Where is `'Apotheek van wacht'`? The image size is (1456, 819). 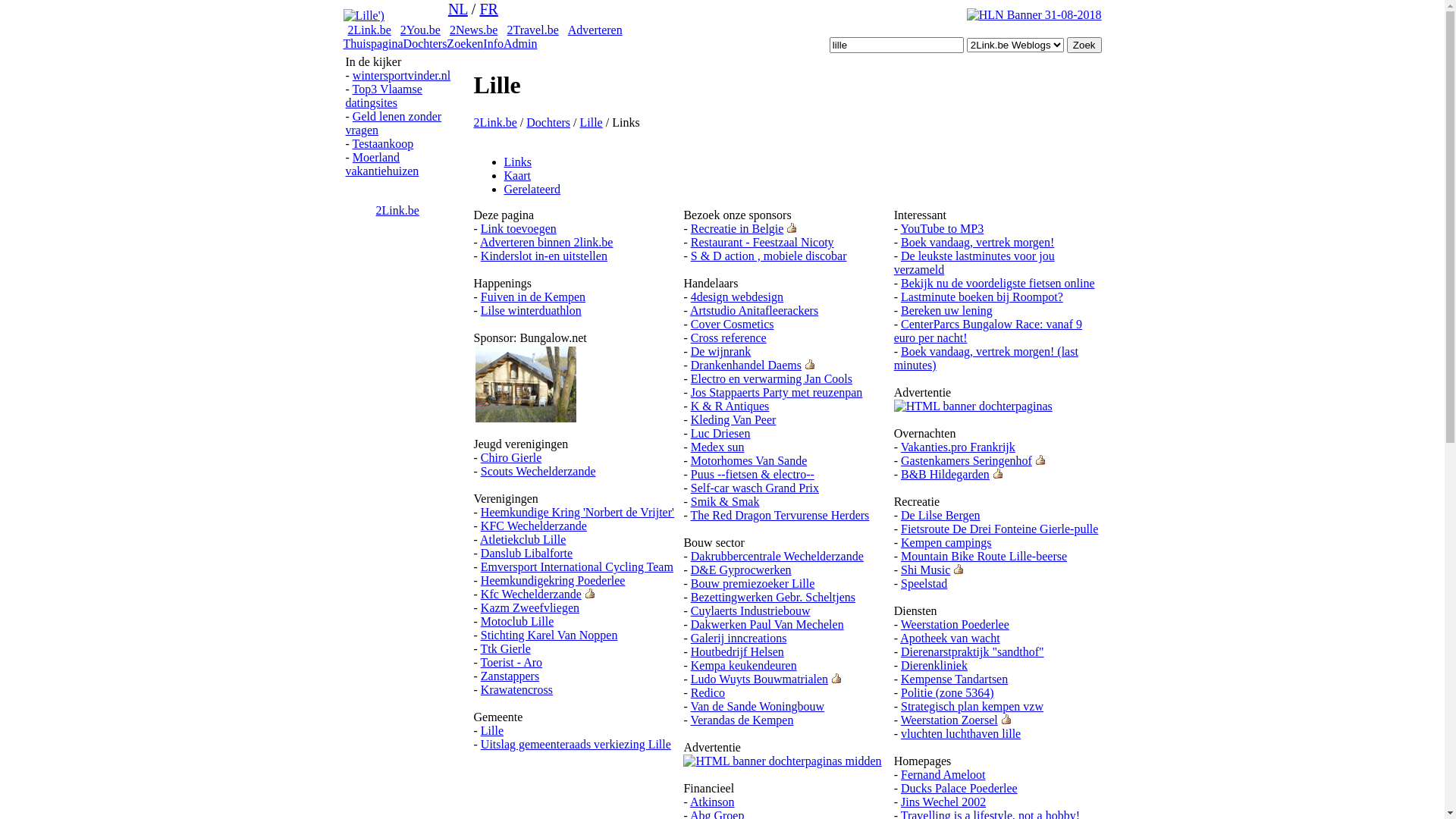
'Apotheek van wacht' is located at coordinates (899, 638).